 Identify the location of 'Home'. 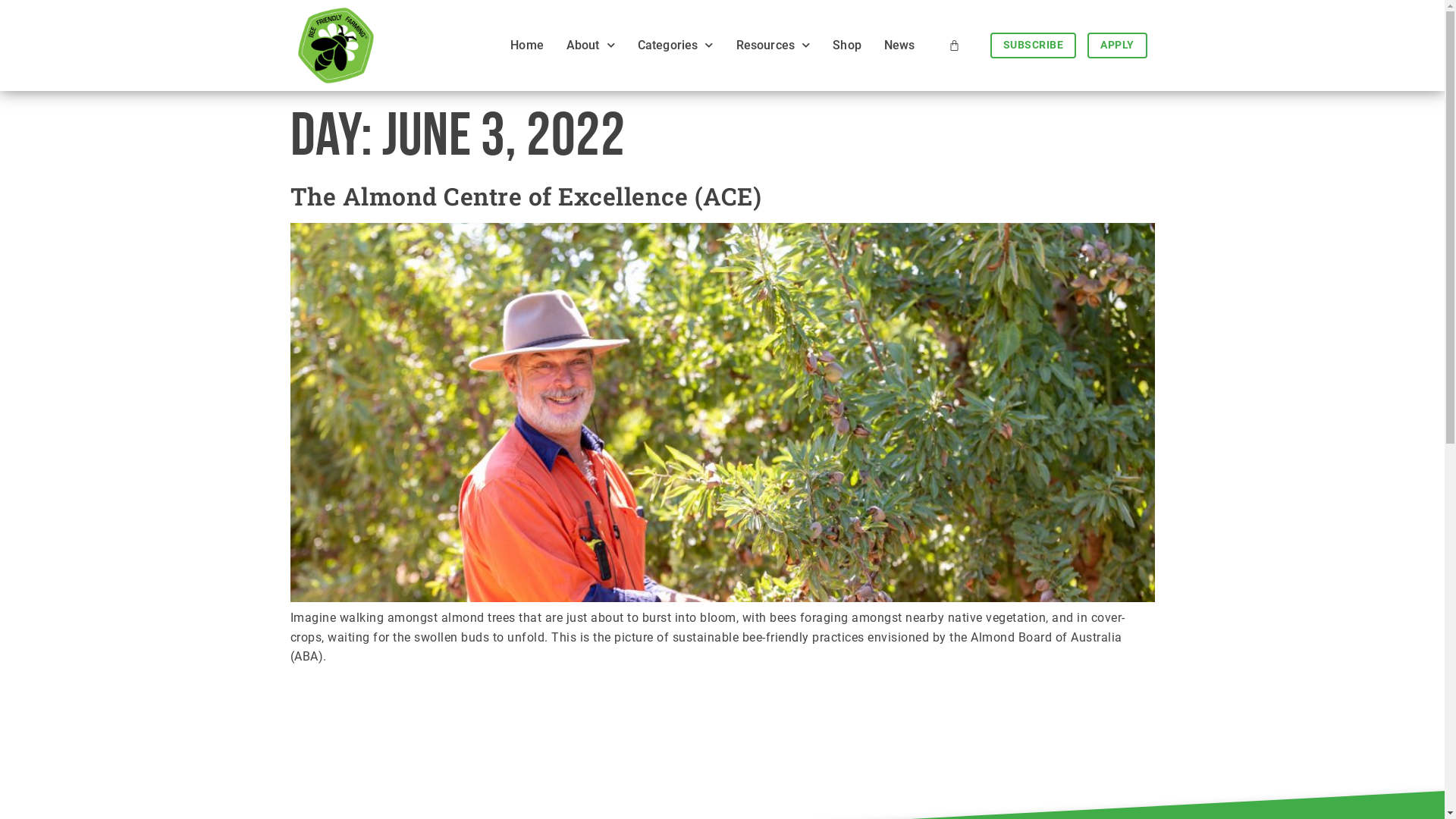
(527, 45).